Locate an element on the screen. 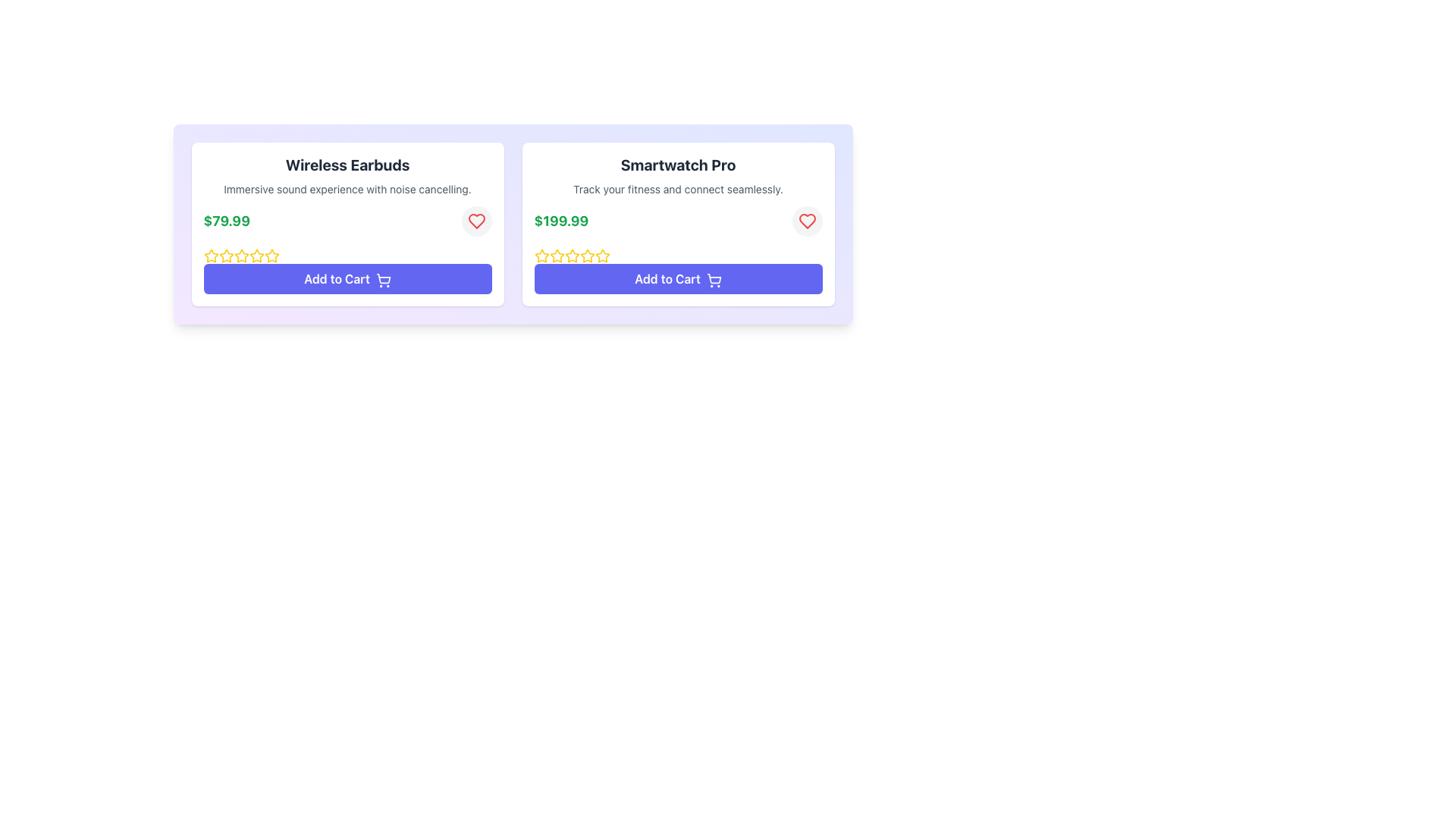  the third yellow star icon with a black outline in the rating system at the bottom of the 'Smartwatch Pro' product card to interact with the rating system is located at coordinates (556, 256).